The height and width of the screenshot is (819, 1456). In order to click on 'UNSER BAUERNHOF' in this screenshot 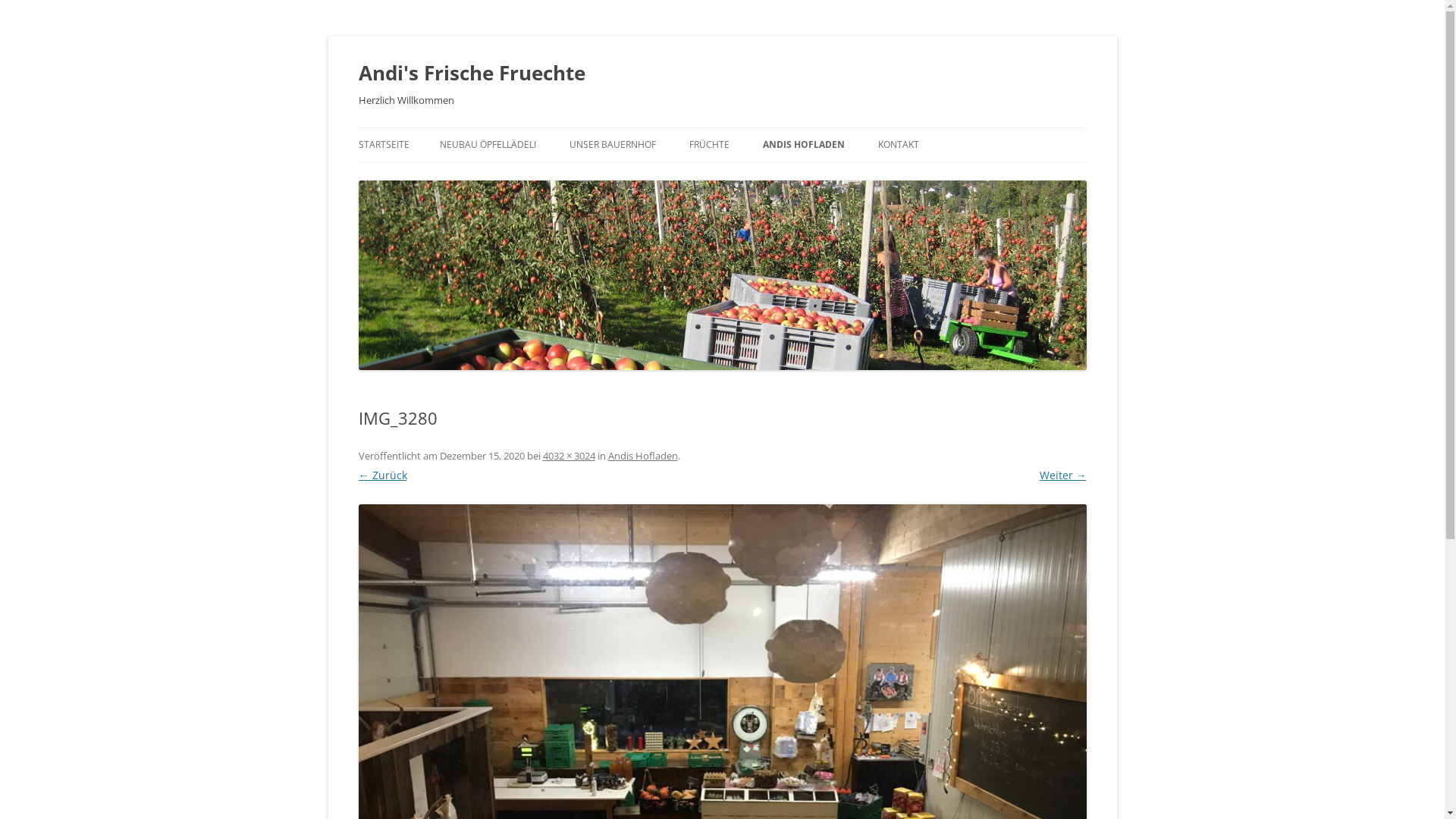, I will do `click(611, 145)`.